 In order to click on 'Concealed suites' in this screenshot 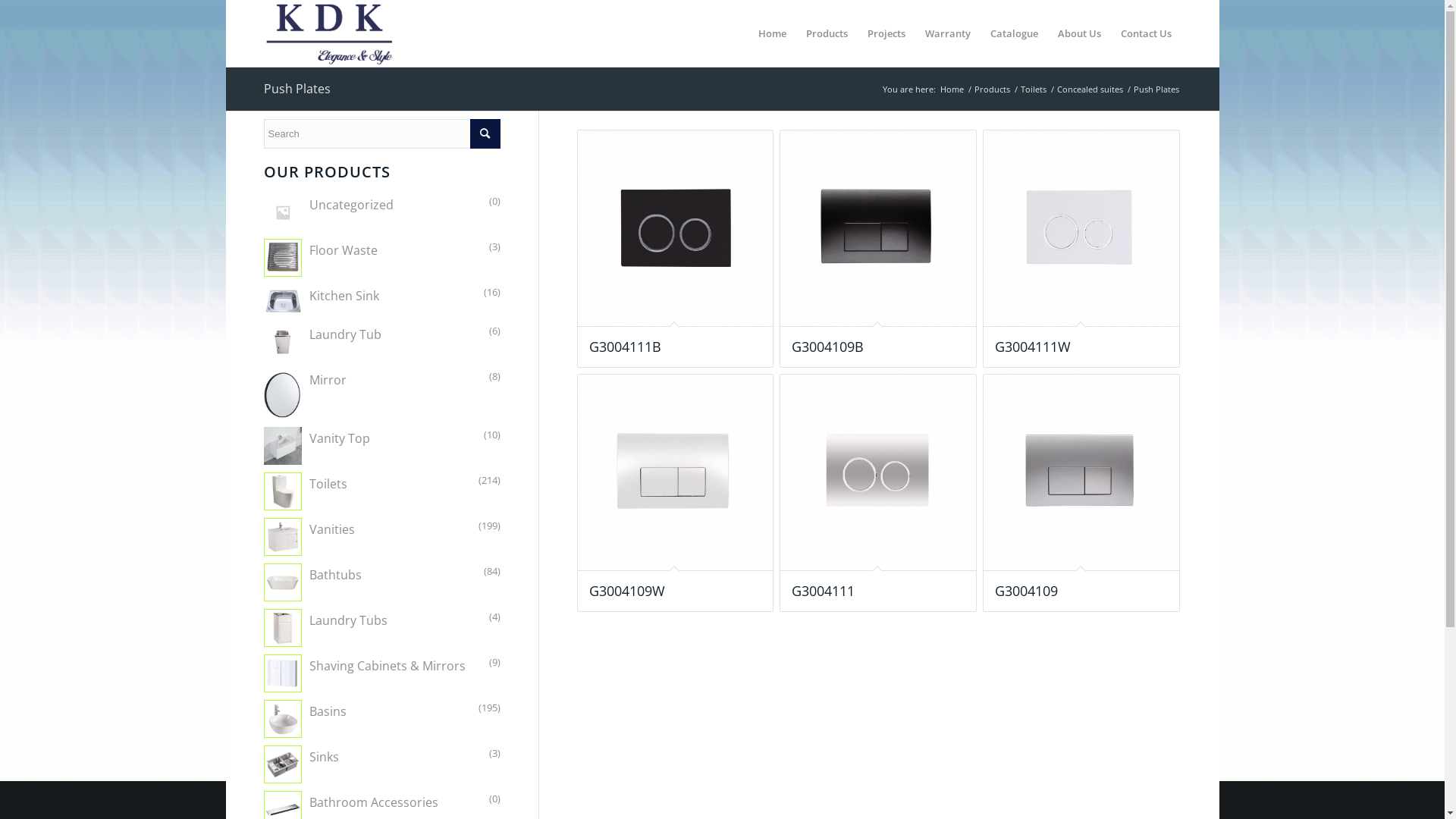, I will do `click(1053, 89)`.